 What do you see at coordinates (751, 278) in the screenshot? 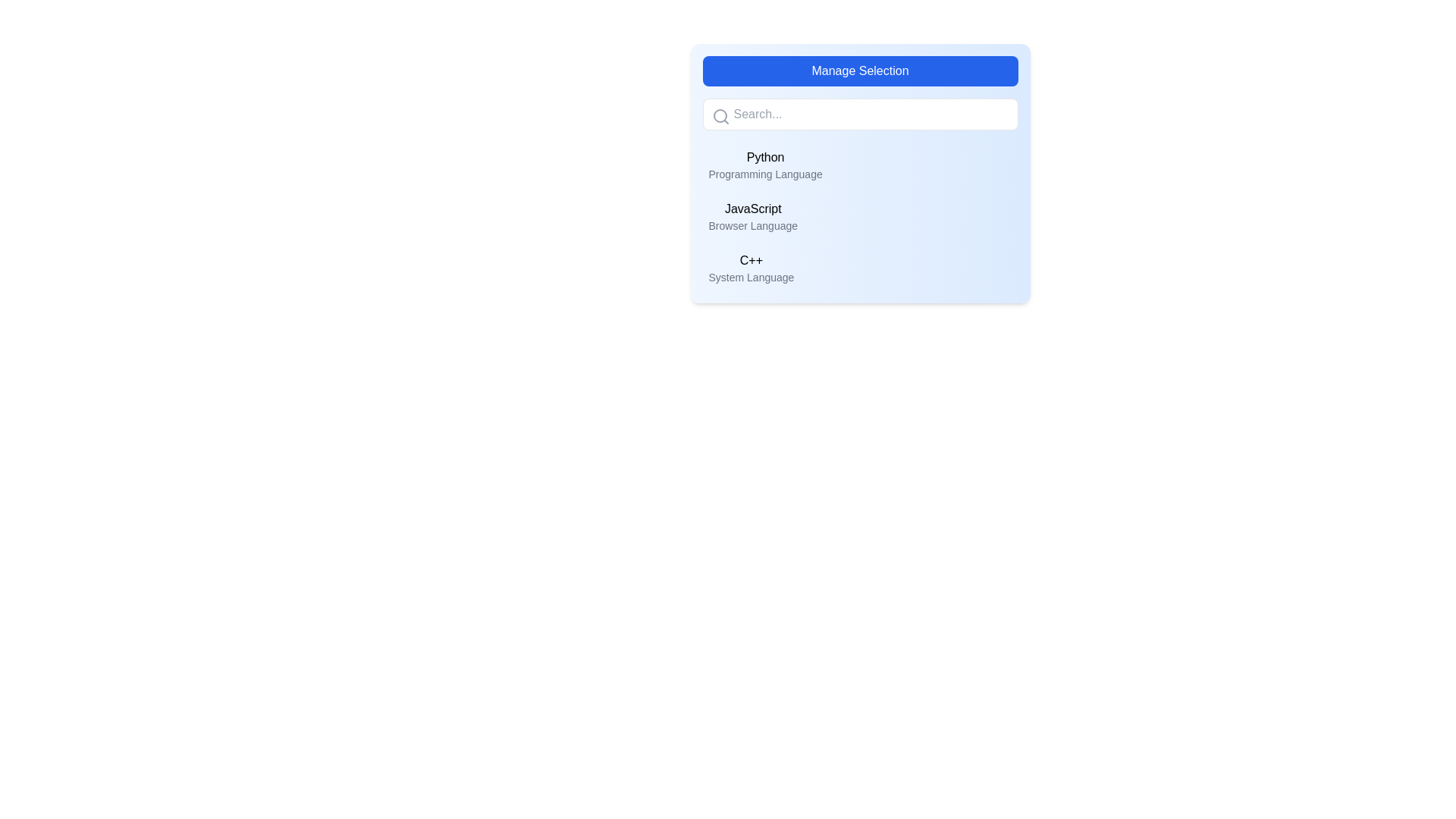
I see `the static text label that provides additional information about the category 'C++', located directly below the bold text 'C++' in the lower-right quadrant of the interface` at bounding box center [751, 278].